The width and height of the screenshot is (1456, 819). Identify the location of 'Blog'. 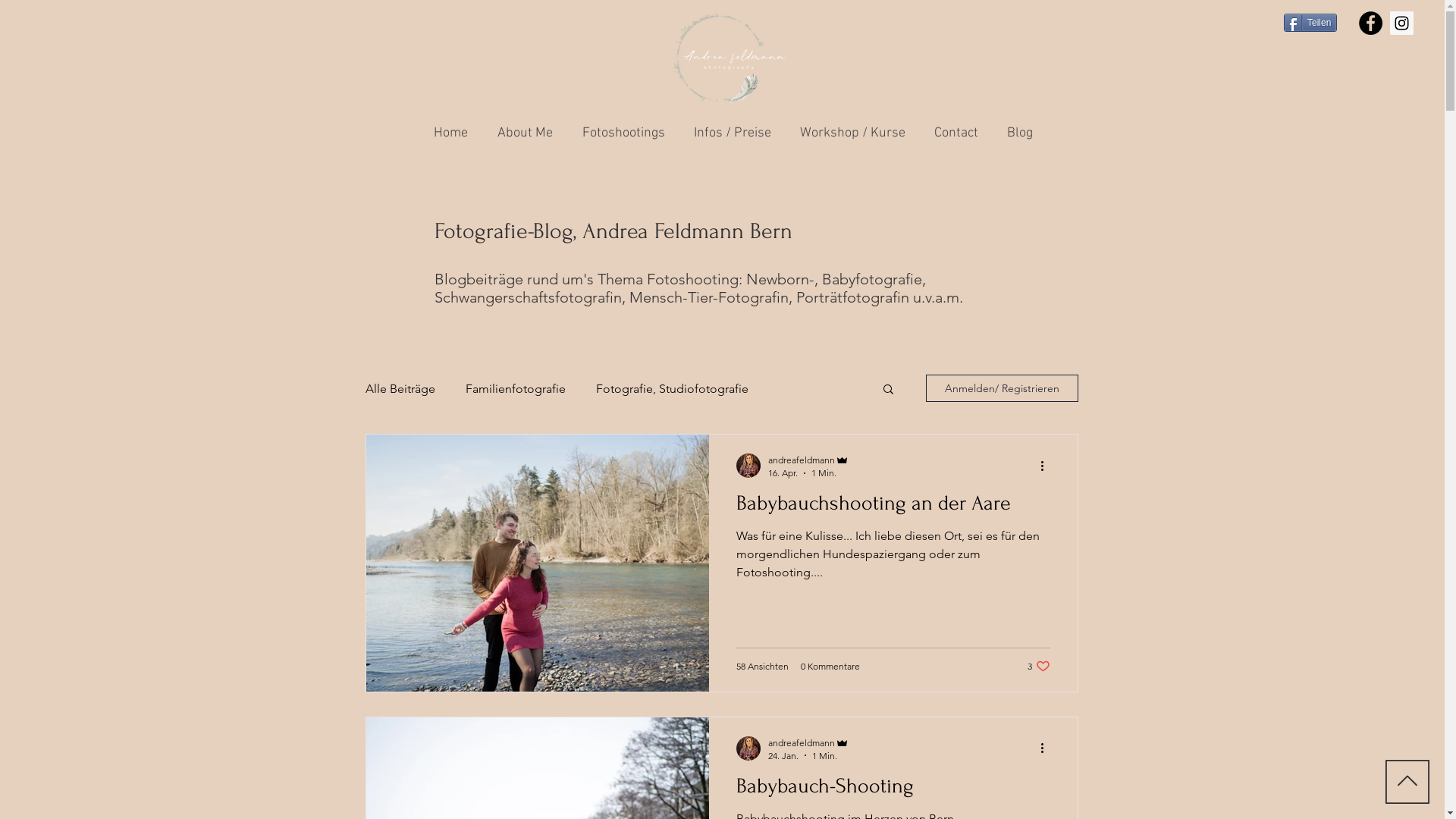
(1010, 132).